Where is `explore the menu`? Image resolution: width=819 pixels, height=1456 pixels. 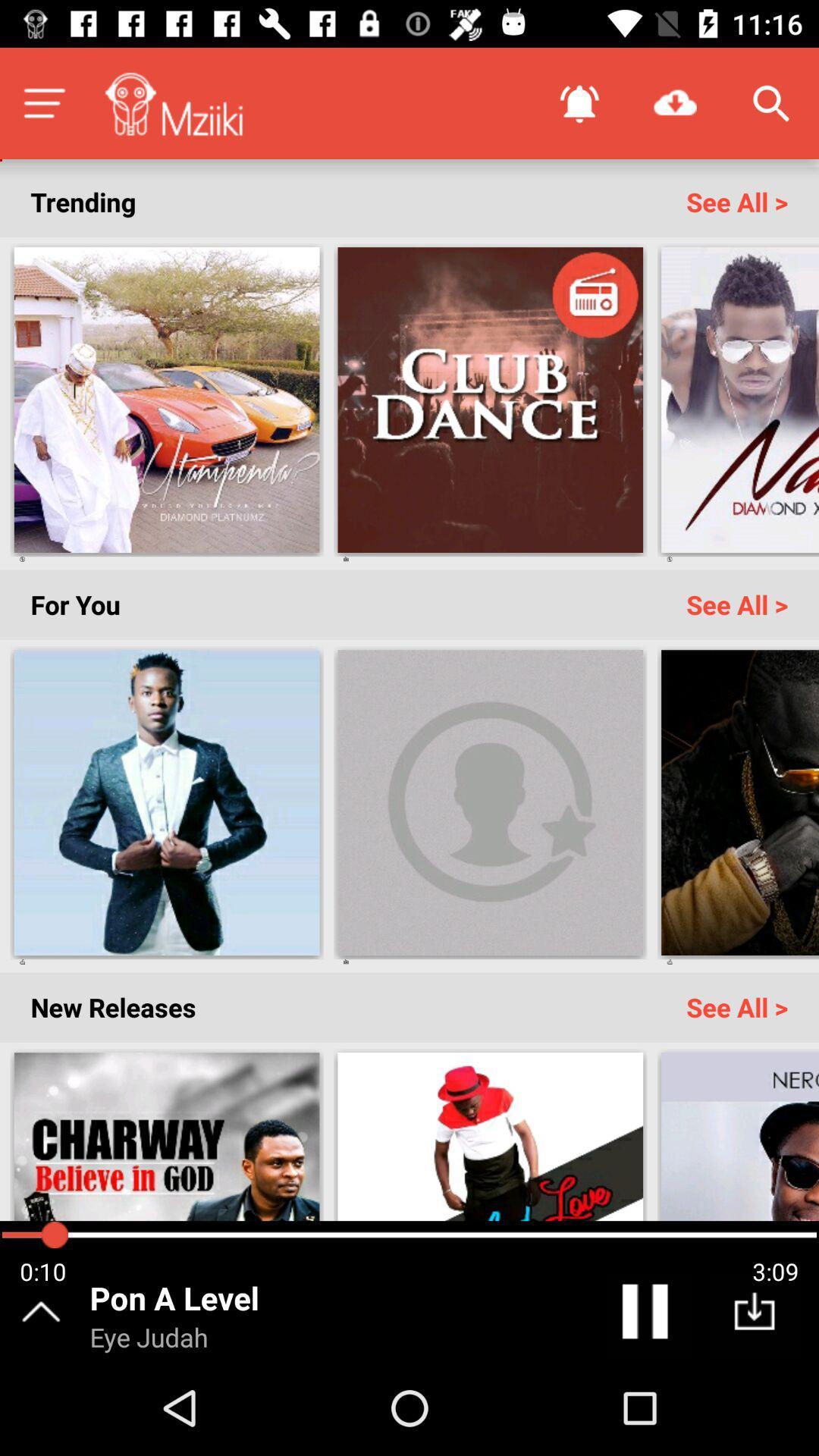
explore the menu is located at coordinates (43, 102).